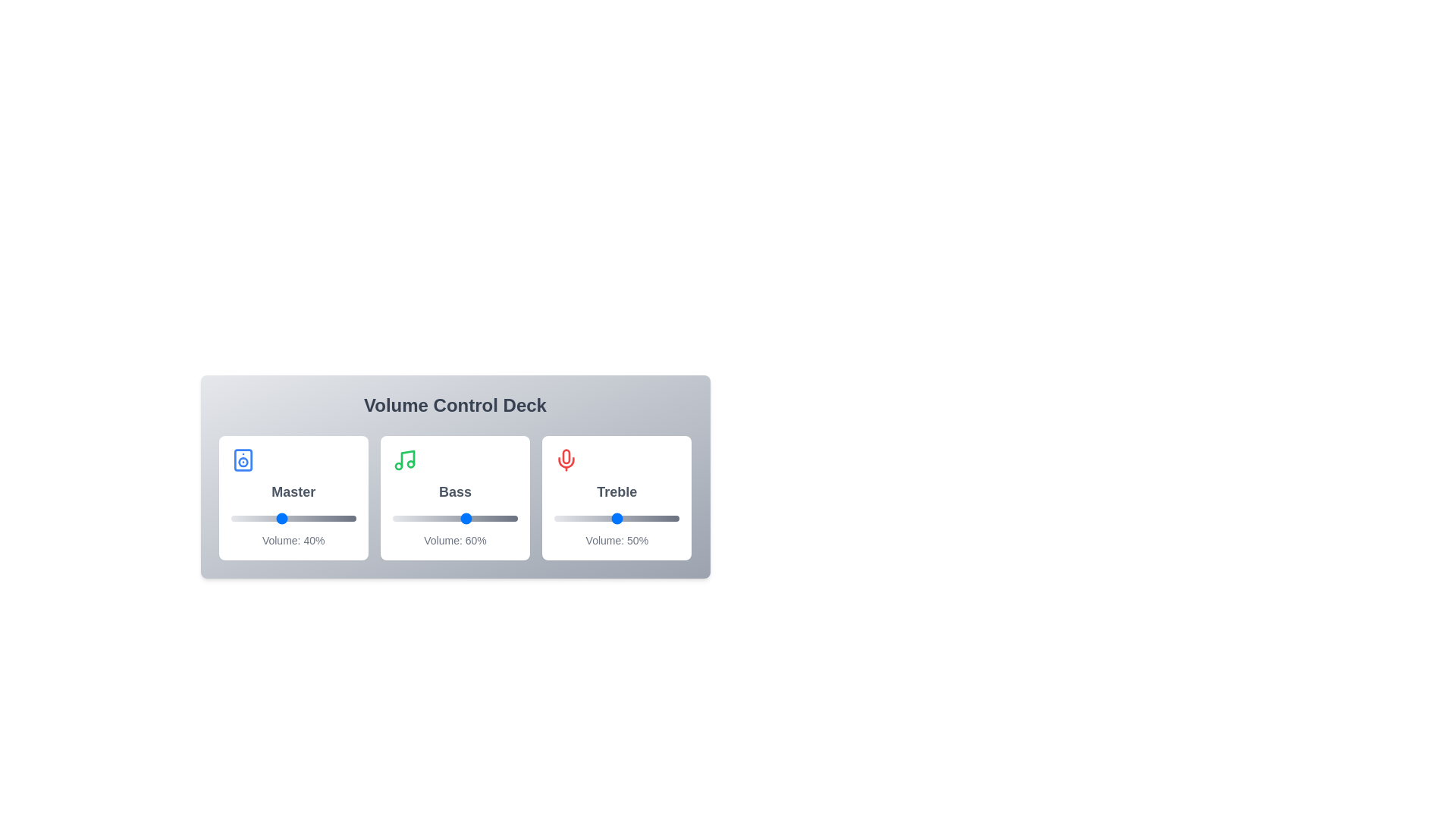  What do you see at coordinates (265, 517) in the screenshot?
I see `the Master volume slider to 28%` at bounding box center [265, 517].